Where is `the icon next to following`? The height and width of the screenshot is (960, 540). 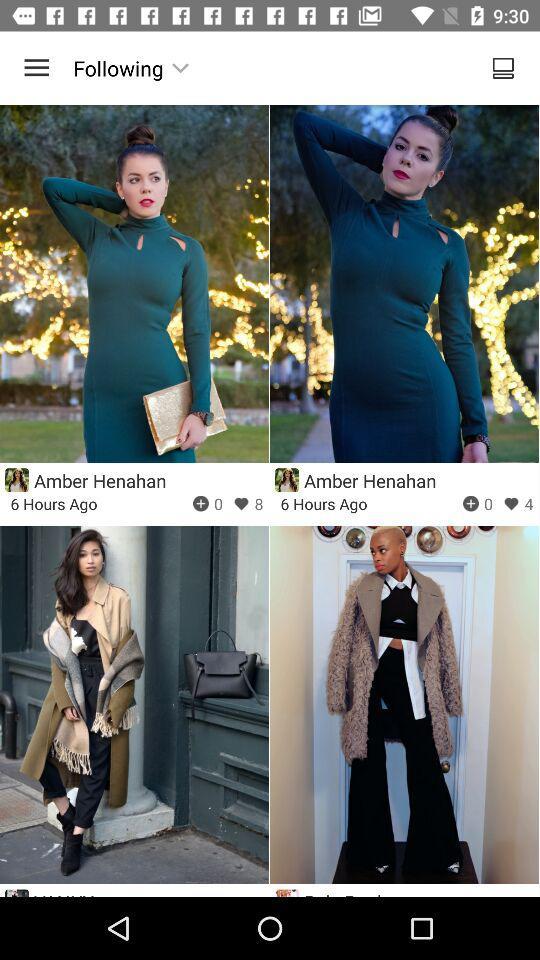 the icon next to following is located at coordinates (36, 68).